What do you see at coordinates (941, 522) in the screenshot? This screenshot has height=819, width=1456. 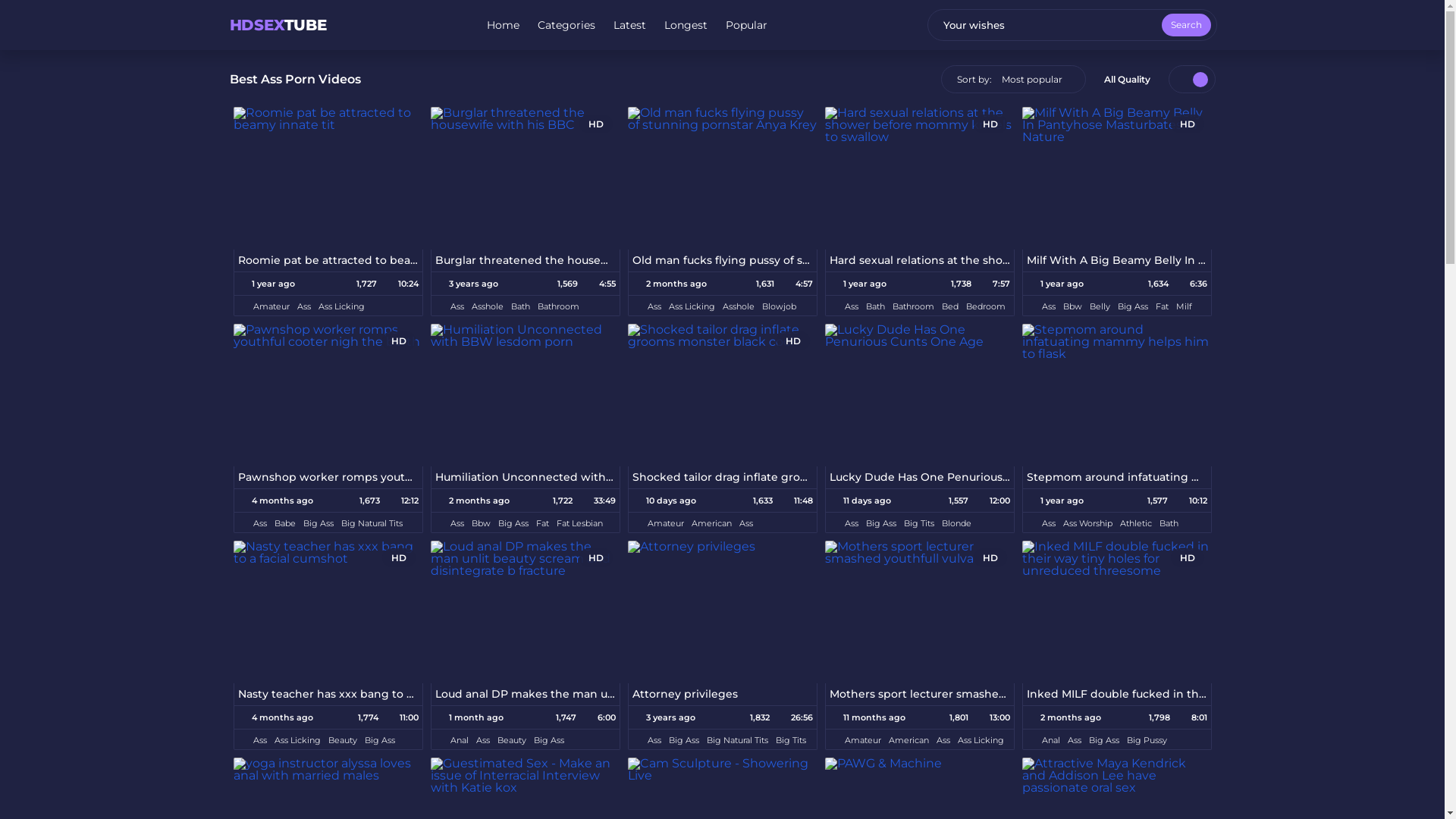 I see `'Blonde'` at bounding box center [941, 522].